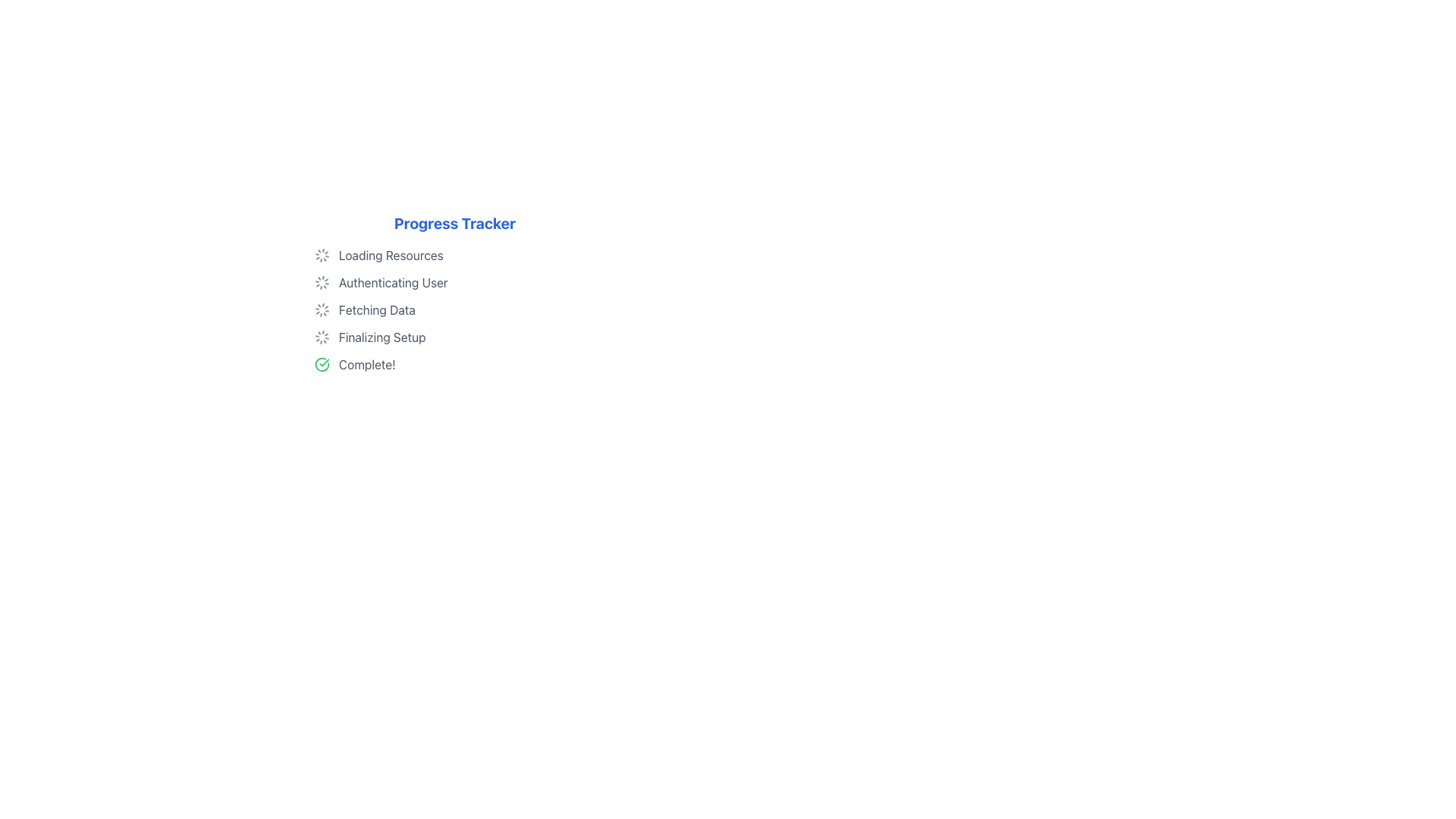  What do you see at coordinates (322, 283) in the screenshot?
I see `the Loader/Spinner icon located under the 'Progress Tracker' heading, which is the second item next to 'Authenticating User'` at bounding box center [322, 283].